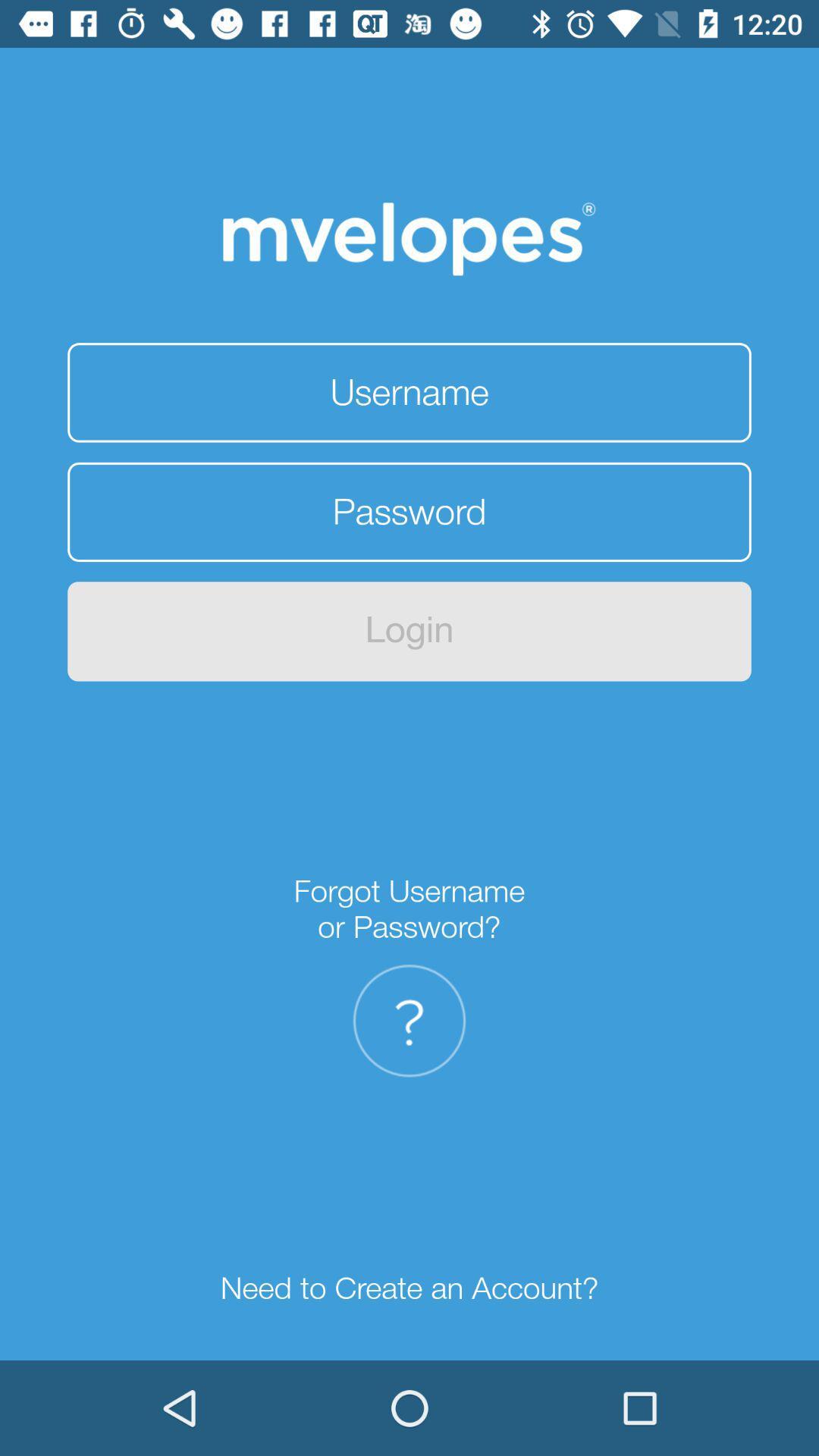 Image resolution: width=819 pixels, height=1456 pixels. Describe the element at coordinates (409, 909) in the screenshot. I see `the forgot username or icon` at that location.